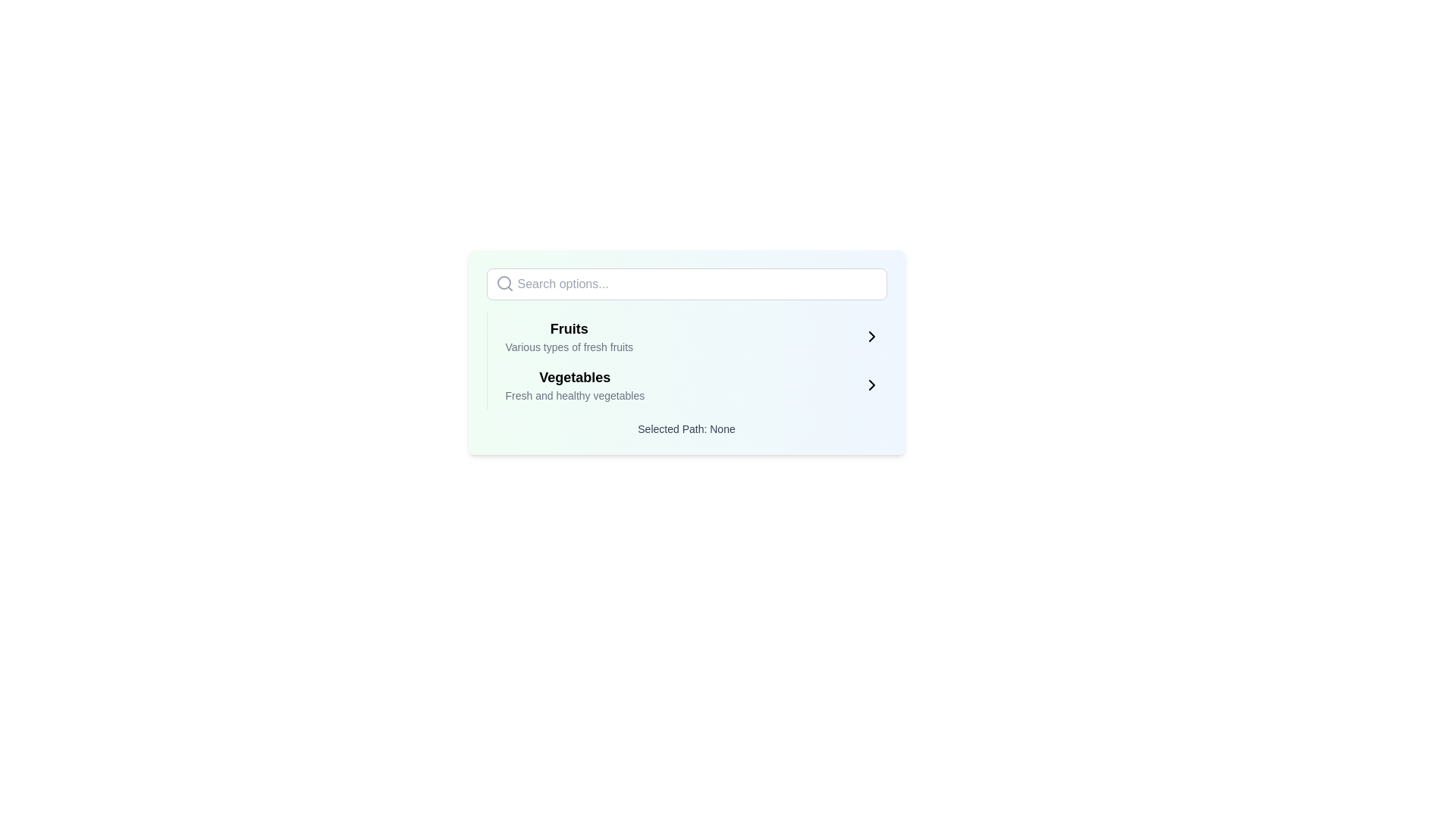  I want to click on the text label that says 'Fresh and healthy vegetables', which is styled in light gray and positioned below the bold heading 'Vegetables', so click(574, 394).